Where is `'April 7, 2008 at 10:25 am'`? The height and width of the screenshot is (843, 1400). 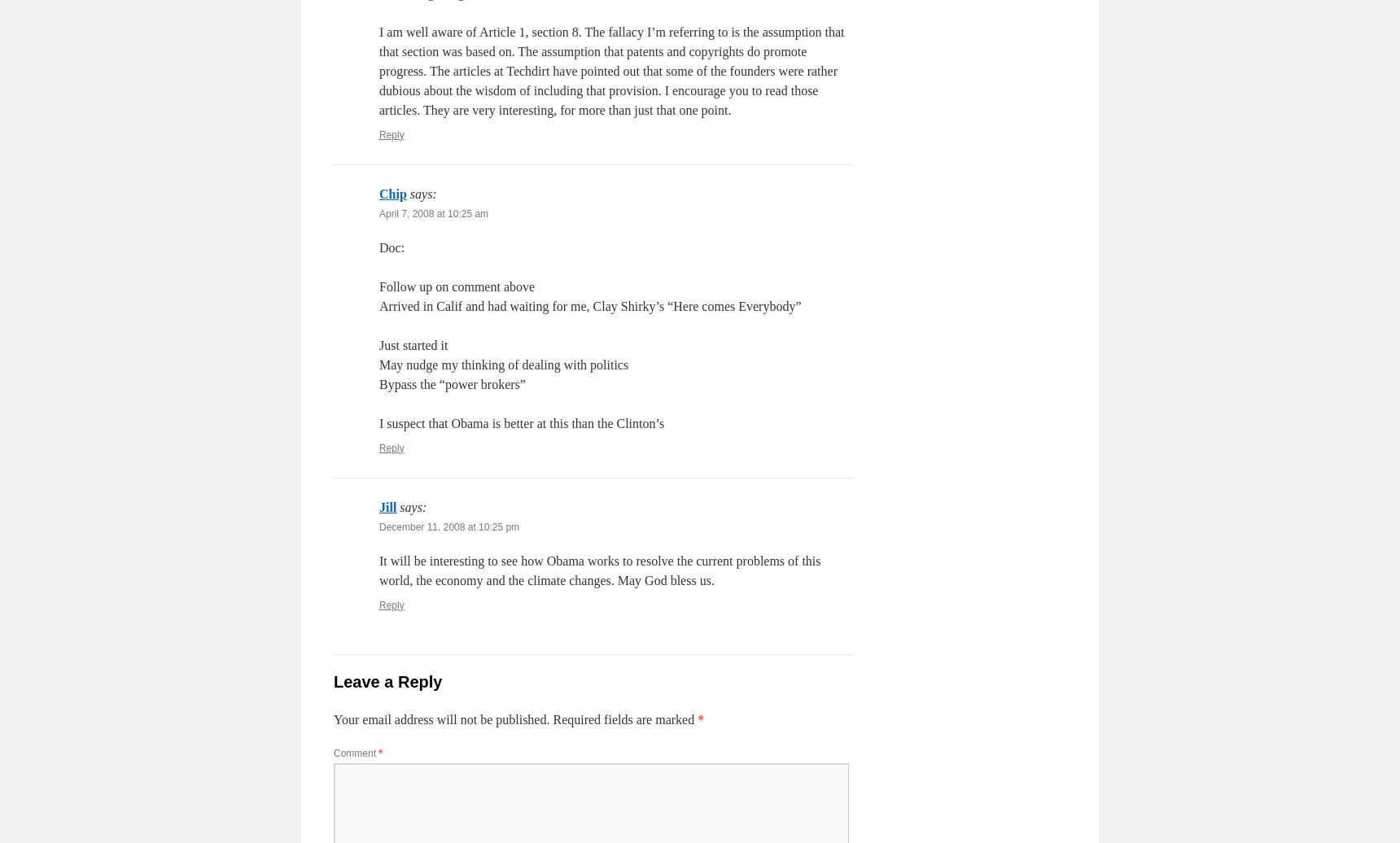
'April 7, 2008 at 10:25 am' is located at coordinates (434, 213).